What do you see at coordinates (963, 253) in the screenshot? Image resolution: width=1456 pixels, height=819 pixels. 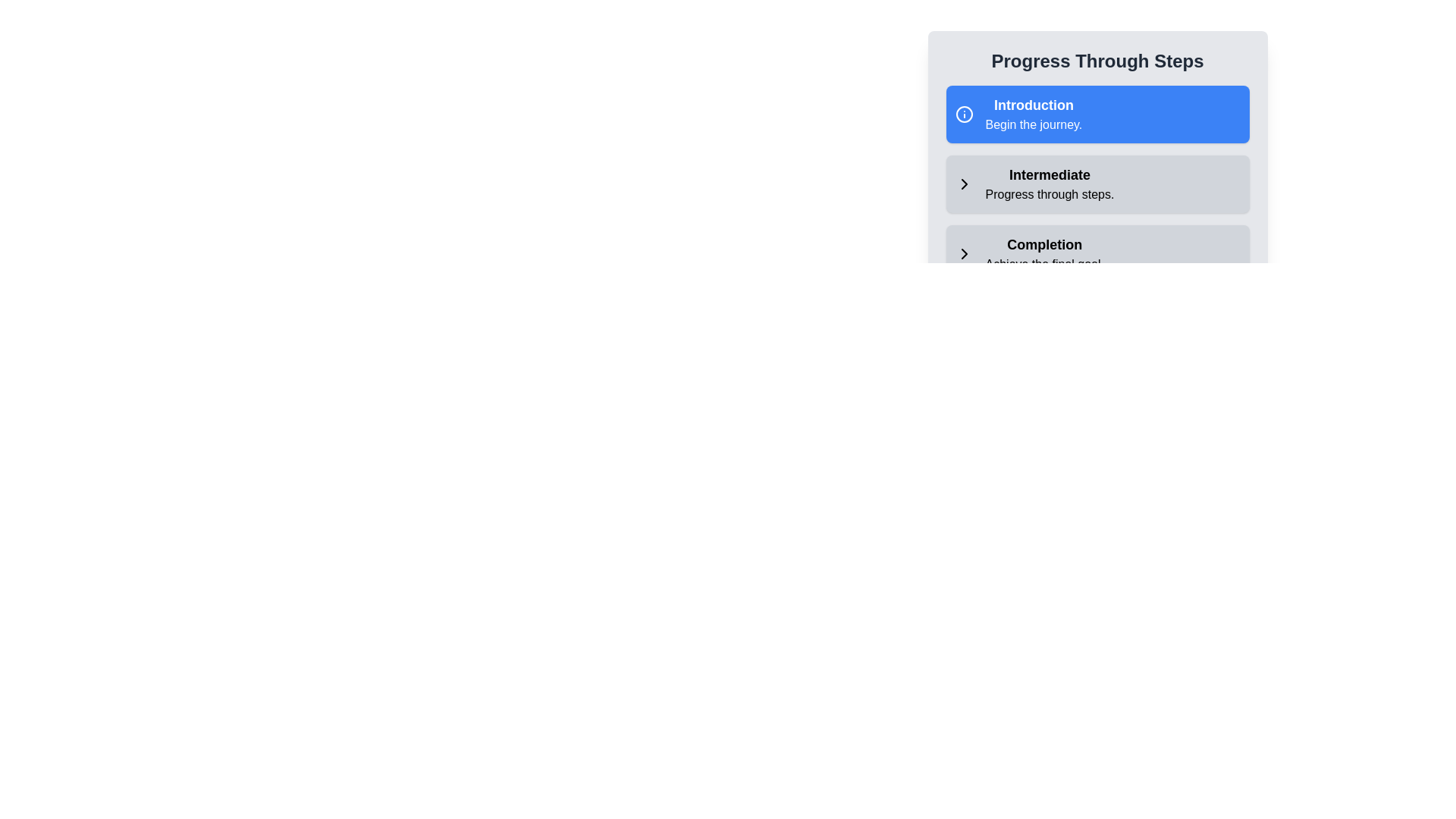 I see `the visual indicator for the step 3` at bounding box center [963, 253].